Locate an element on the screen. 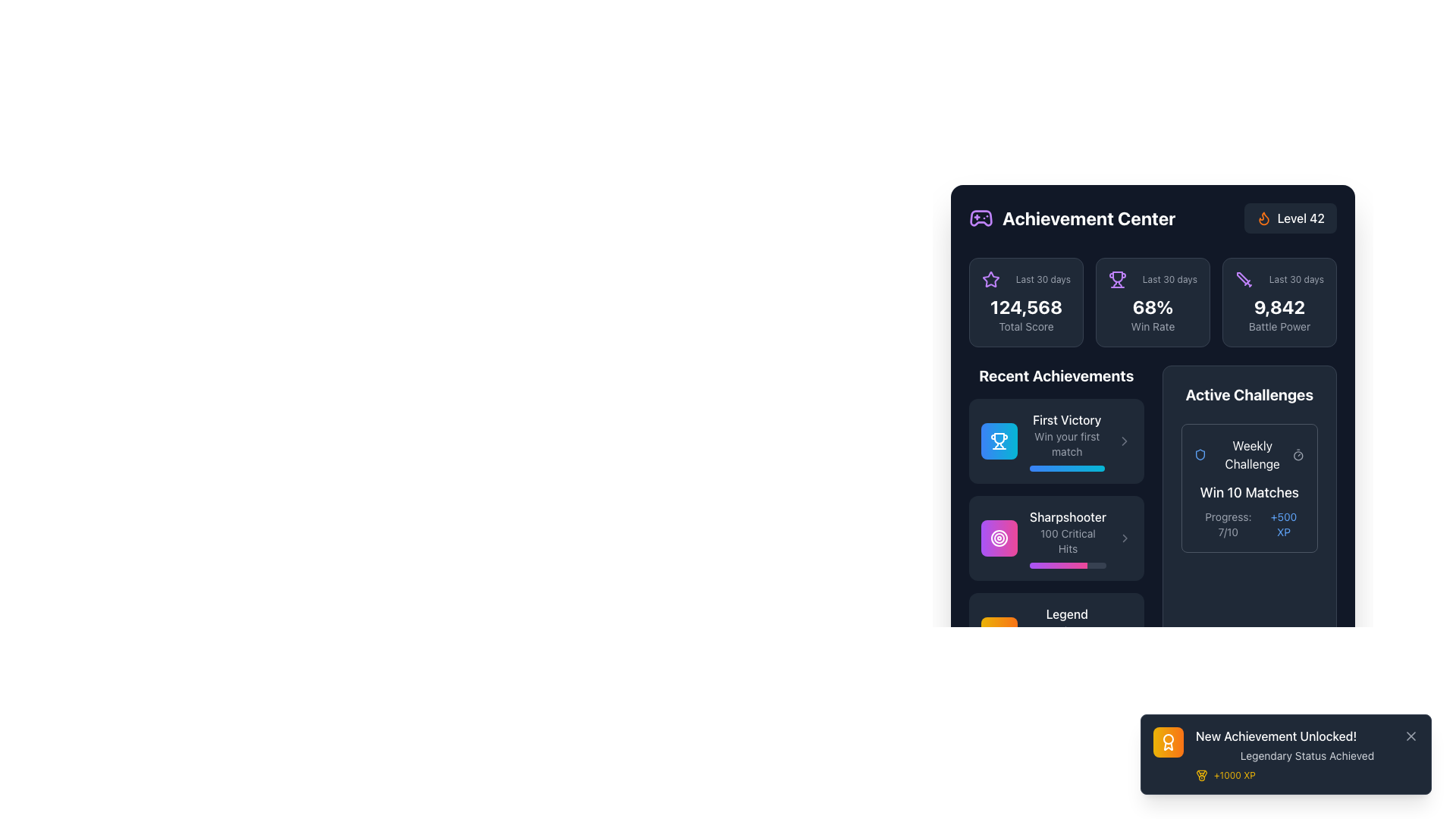  the user's level indicator label with icon, located in the top-right section next to the 'Achievement Center' title is located at coordinates (1289, 218).